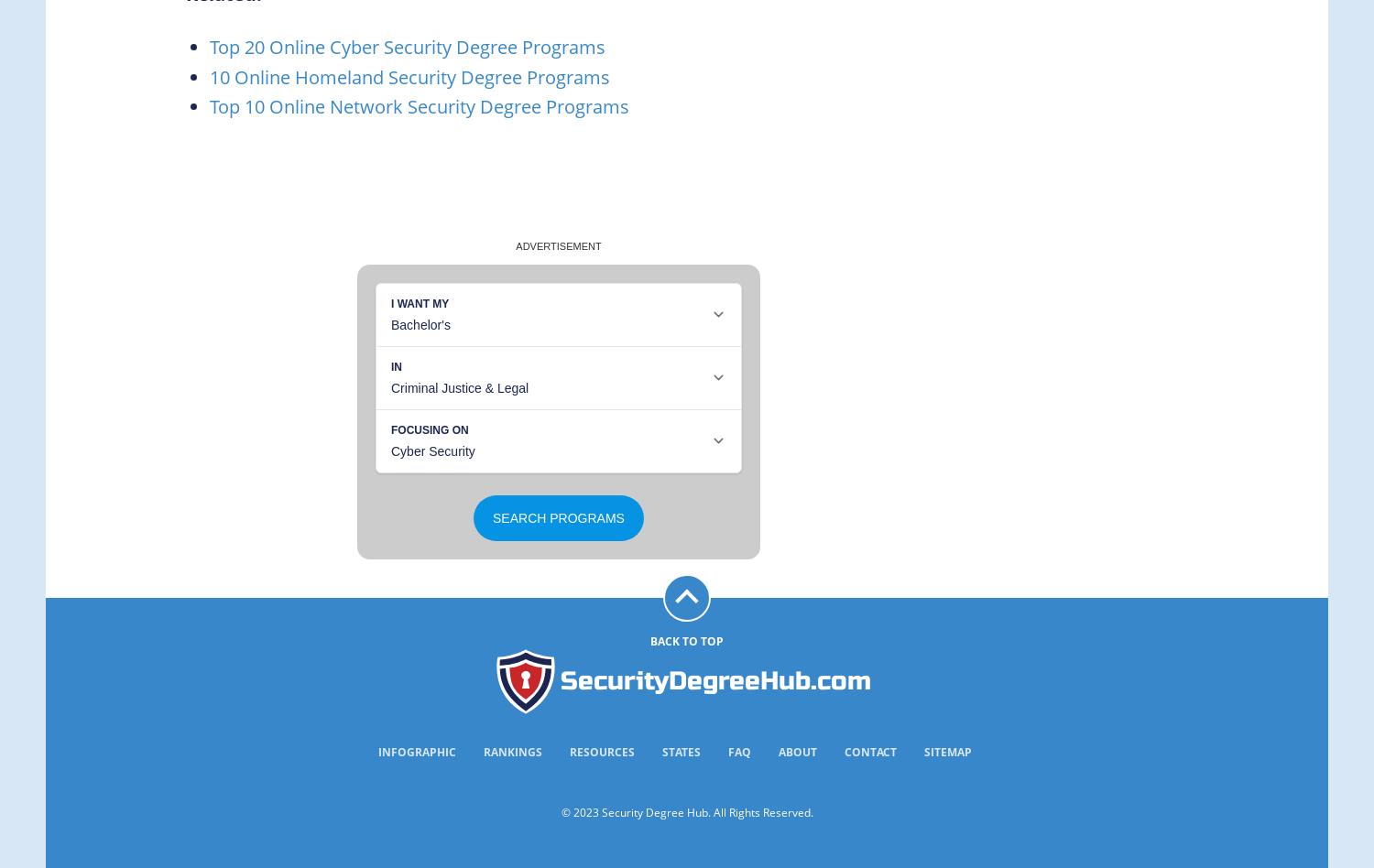  I want to click on 'Top 10 Online Network Security Degree Programs', so click(418, 106).